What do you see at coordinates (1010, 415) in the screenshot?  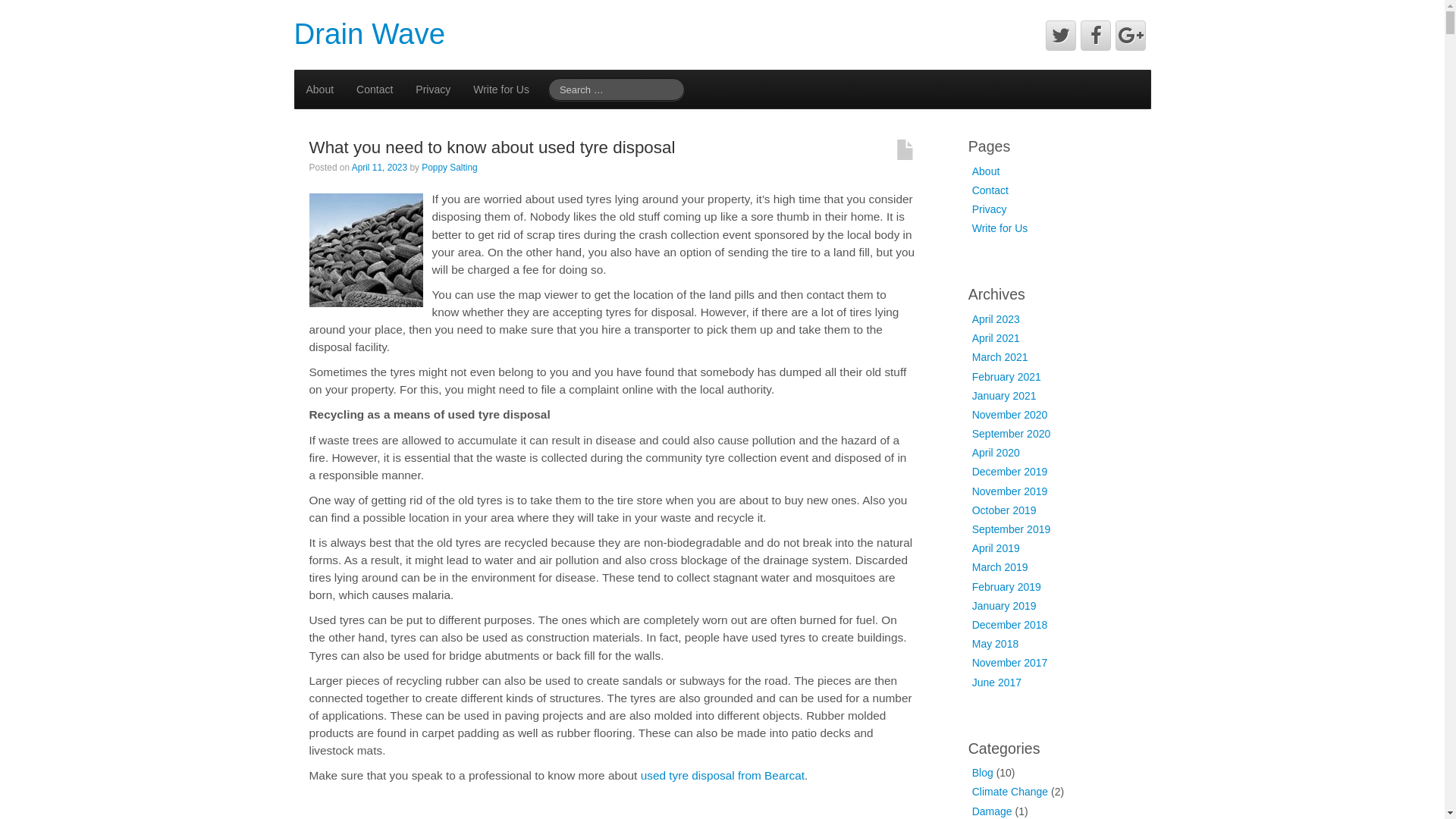 I see `'November 2020'` at bounding box center [1010, 415].